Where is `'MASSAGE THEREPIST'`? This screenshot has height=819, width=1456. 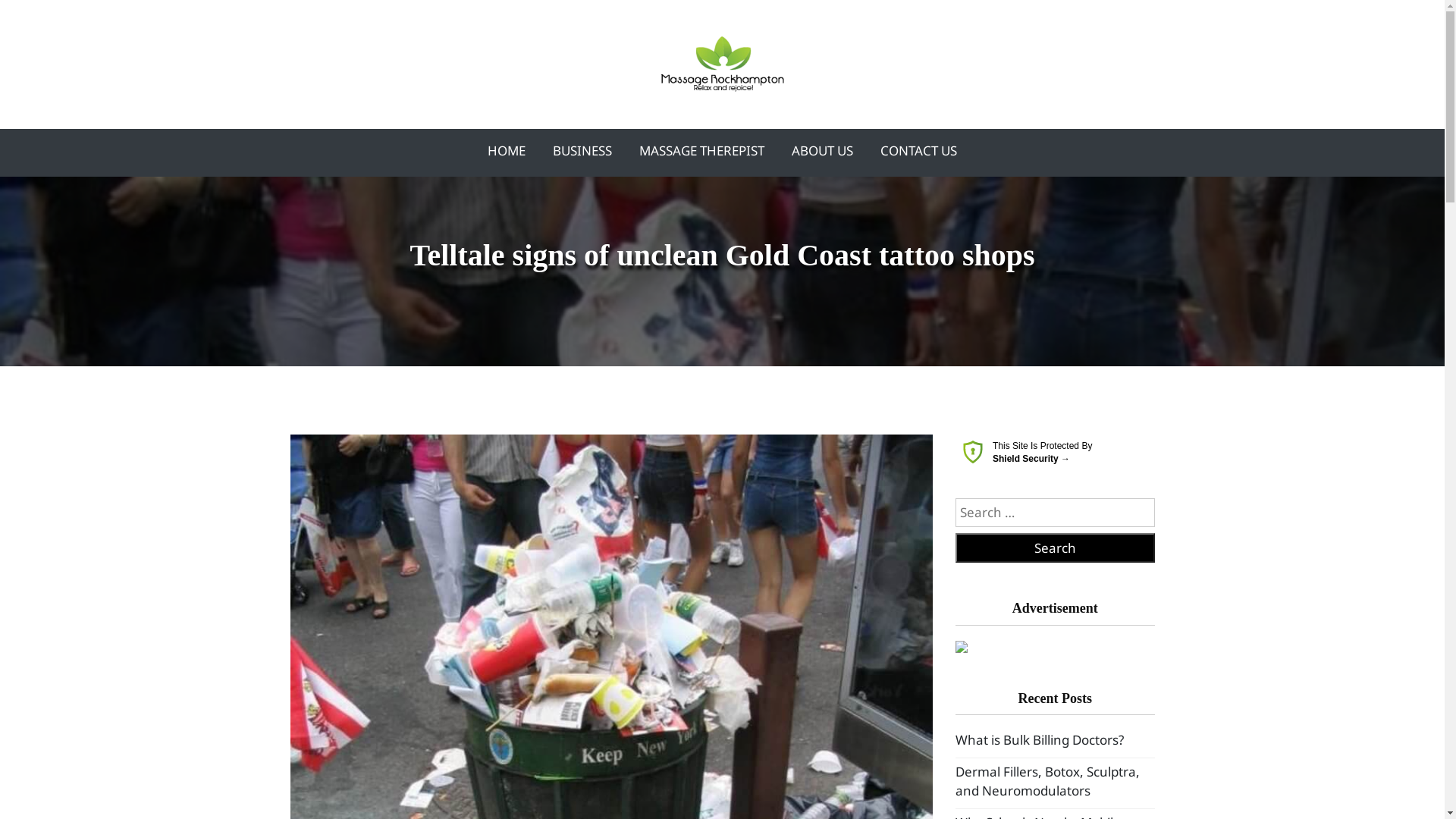 'MASSAGE THEREPIST' is located at coordinates (701, 151).